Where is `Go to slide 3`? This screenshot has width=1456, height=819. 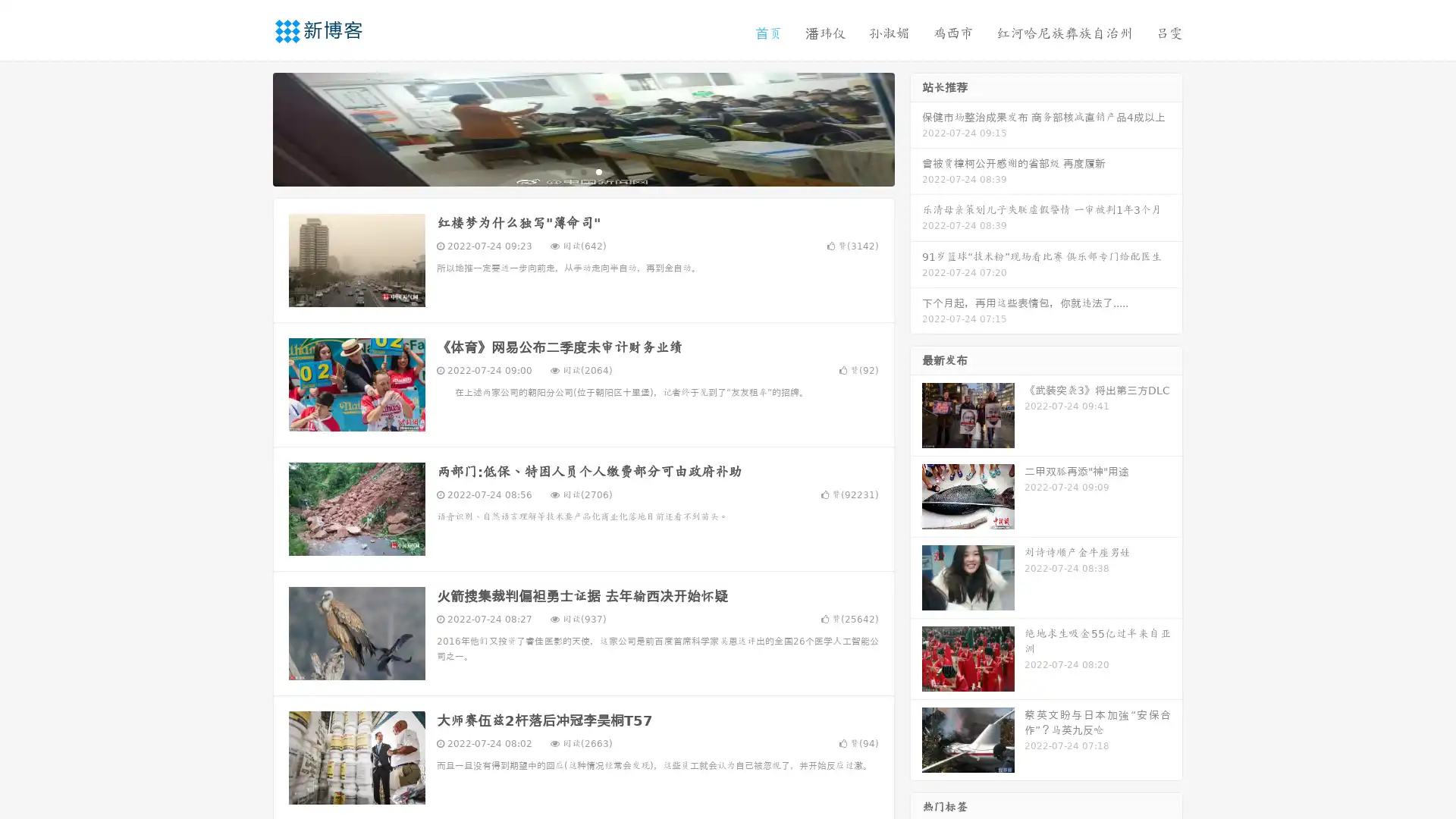 Go to slide 3 is located at coordinates (598, 171).